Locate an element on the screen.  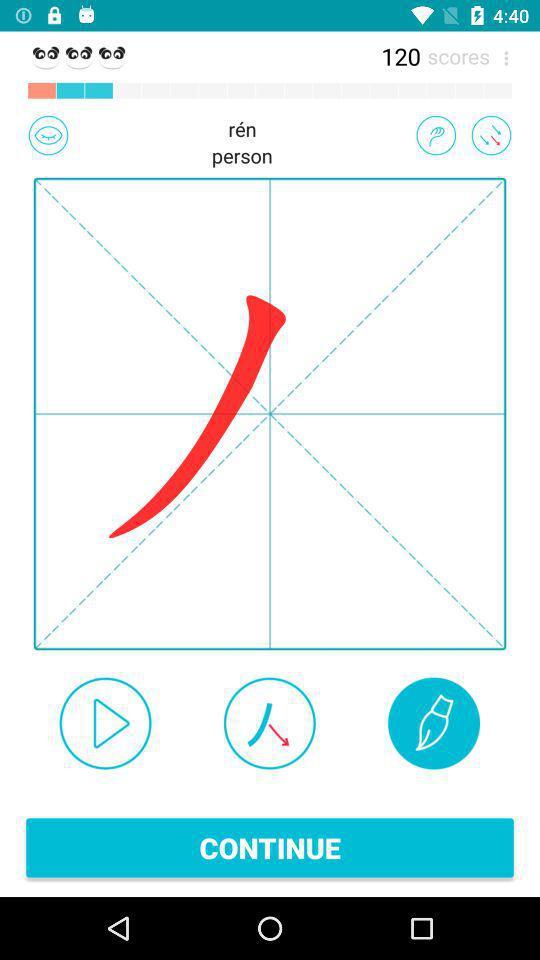
the icon above the continue is located at coordinates (269, 722).